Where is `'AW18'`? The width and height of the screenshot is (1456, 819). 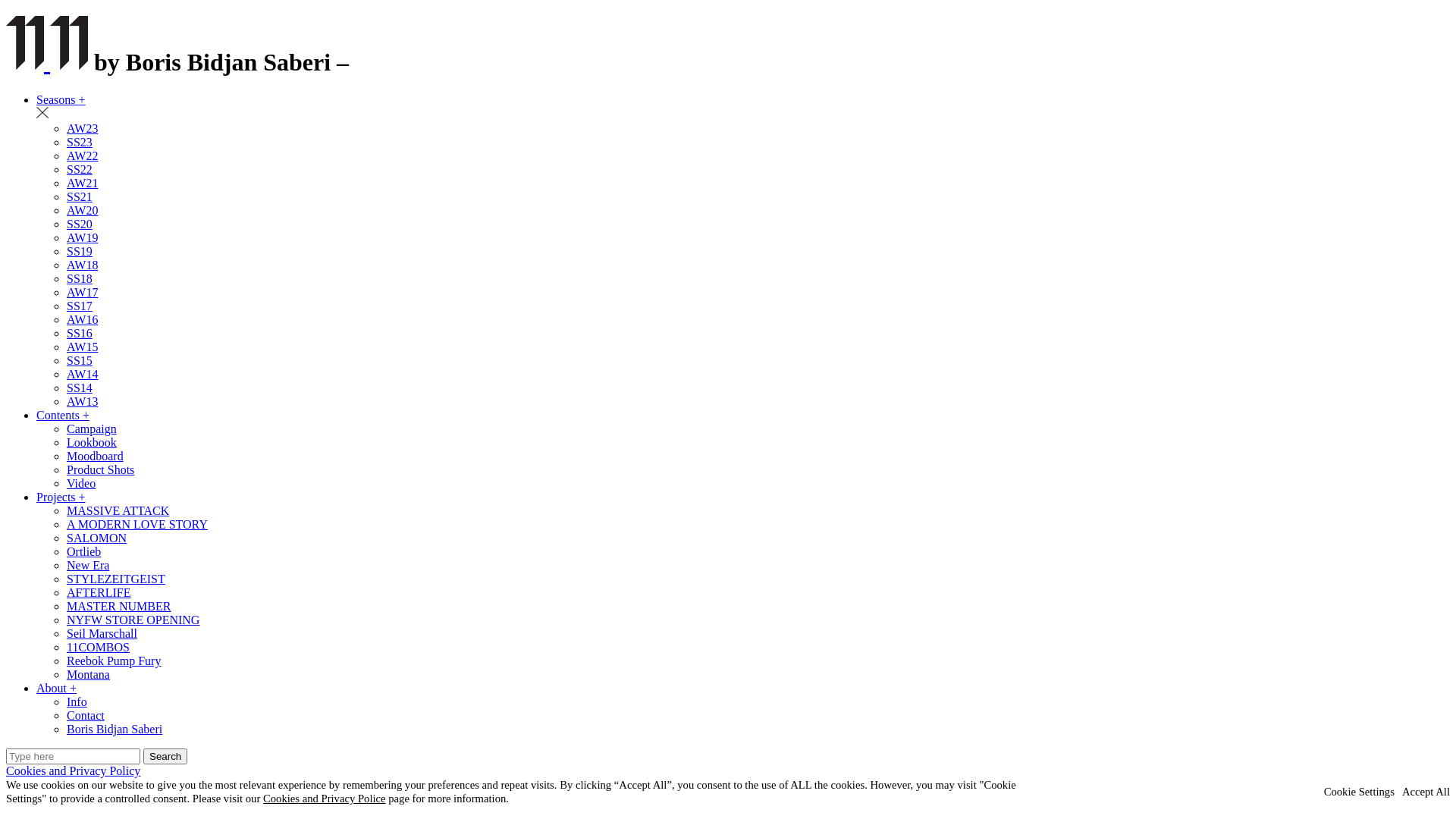 'AW18' is located at coordinates (65, 264).